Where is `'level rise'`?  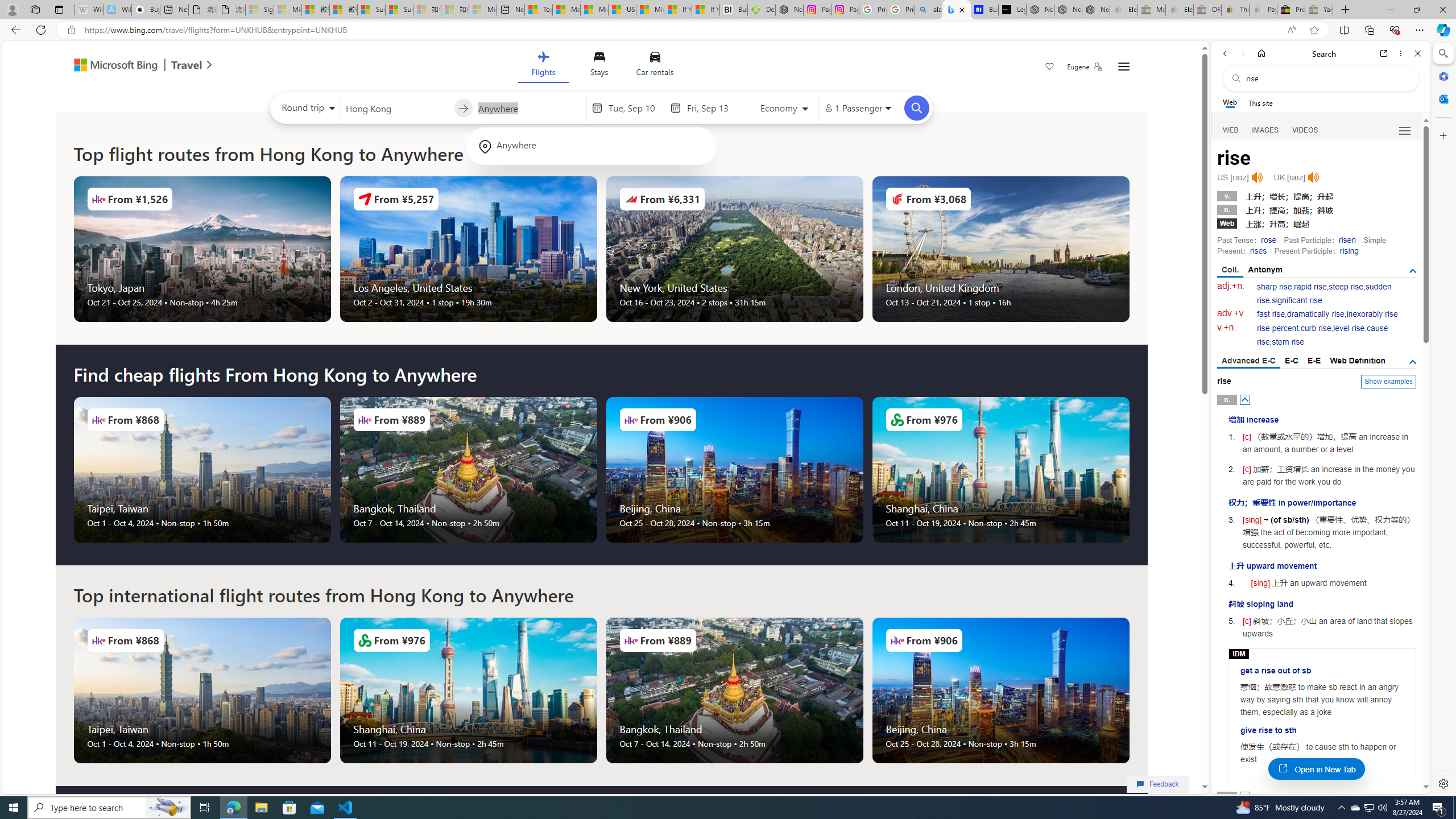
'level rise' is located at coordinates (1349, 328).